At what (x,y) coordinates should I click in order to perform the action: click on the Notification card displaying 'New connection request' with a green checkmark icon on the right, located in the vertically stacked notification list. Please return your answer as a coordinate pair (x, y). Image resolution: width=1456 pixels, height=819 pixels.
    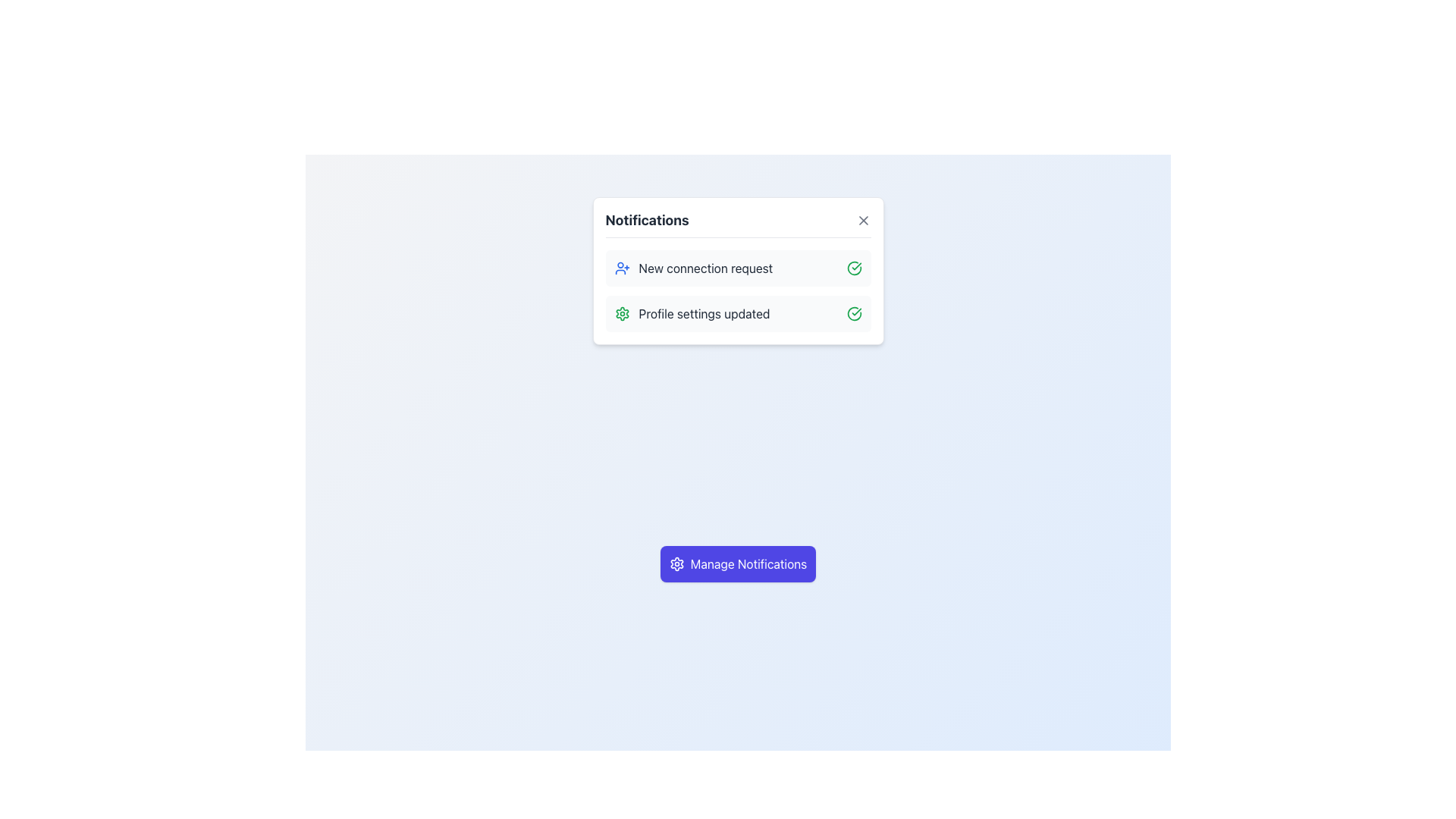
    Looking at the image, I should click on (738, 268).